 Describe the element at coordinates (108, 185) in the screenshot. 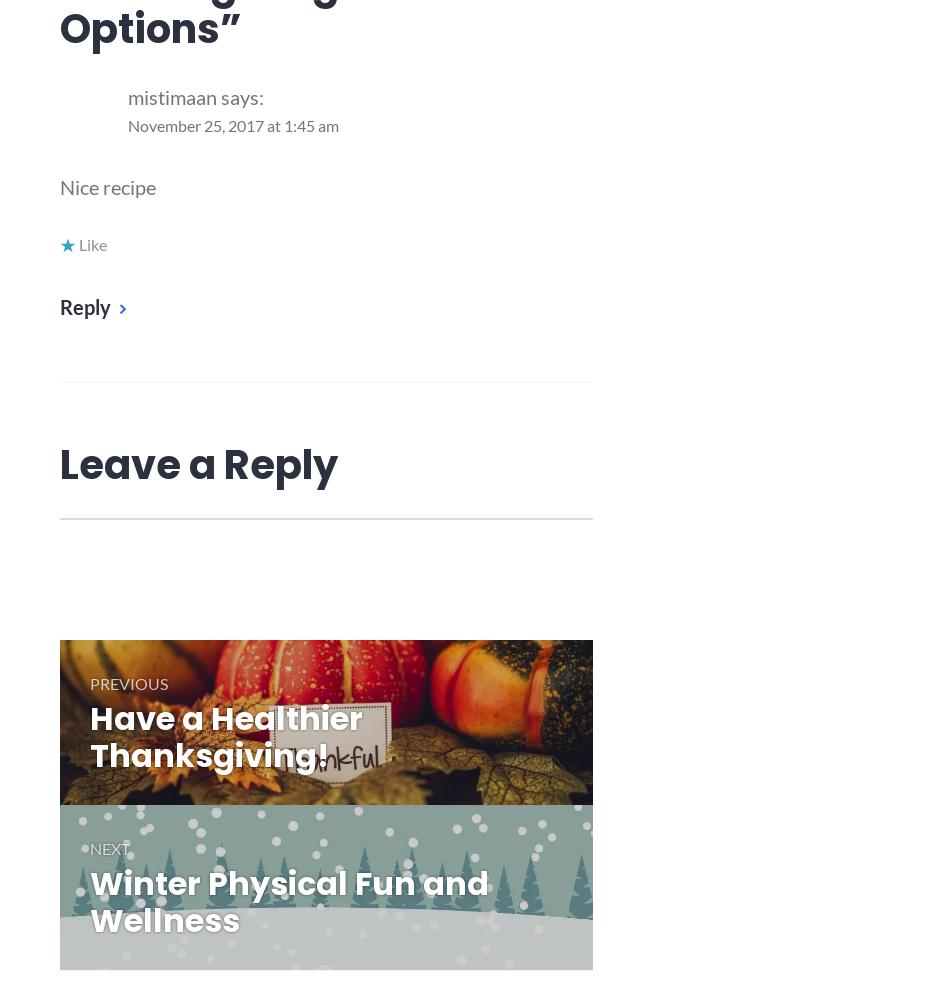

I see `'Nice recipe'` at that location.